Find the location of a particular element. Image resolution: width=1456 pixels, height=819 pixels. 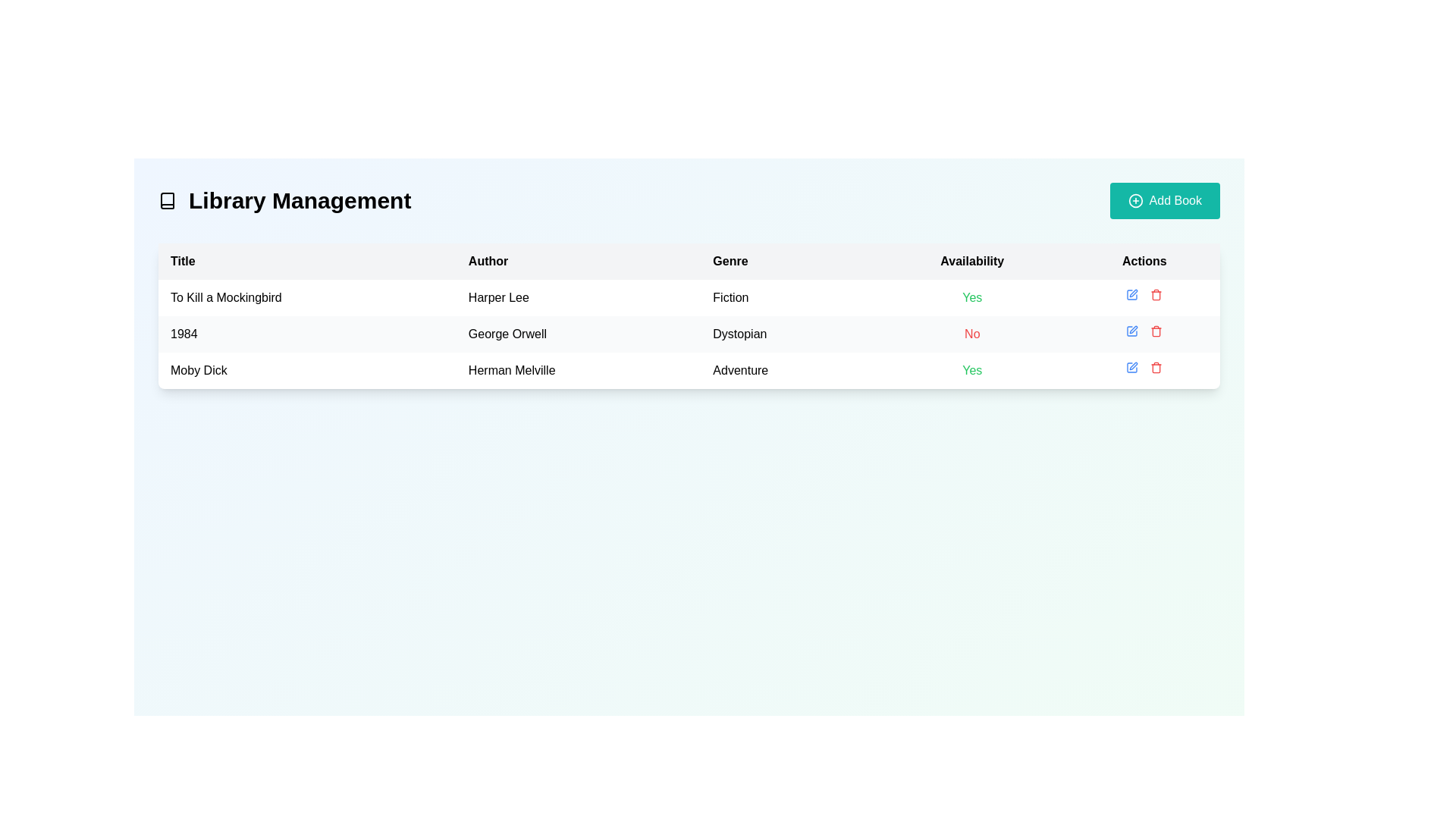

the 'Edit' action button located in the 'Actions' column of the last row of the table, aligned horizontally with the 'Moby Dick' row is located at coordinates (1131, 368).